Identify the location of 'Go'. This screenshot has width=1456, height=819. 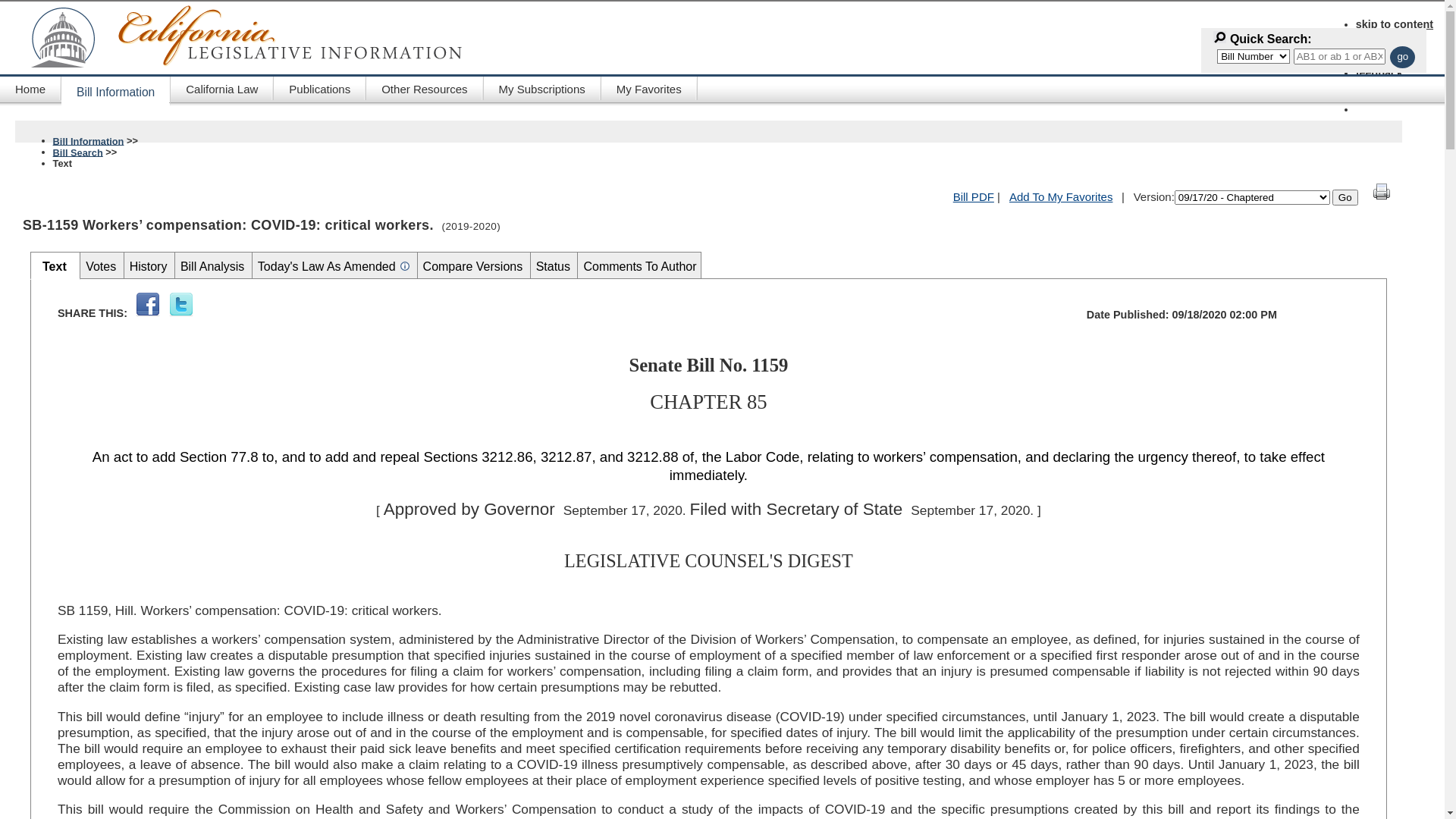
(1345, 196).